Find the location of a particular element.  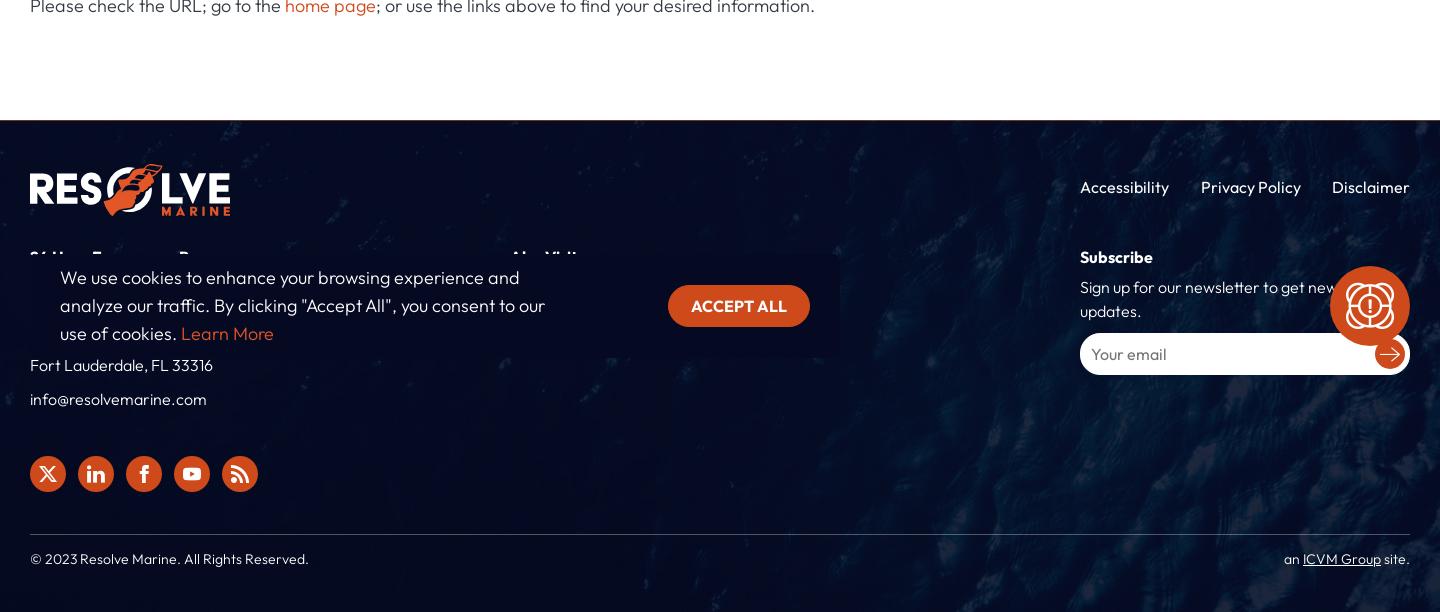

'Accept all' is located at coordinates (738, 306).